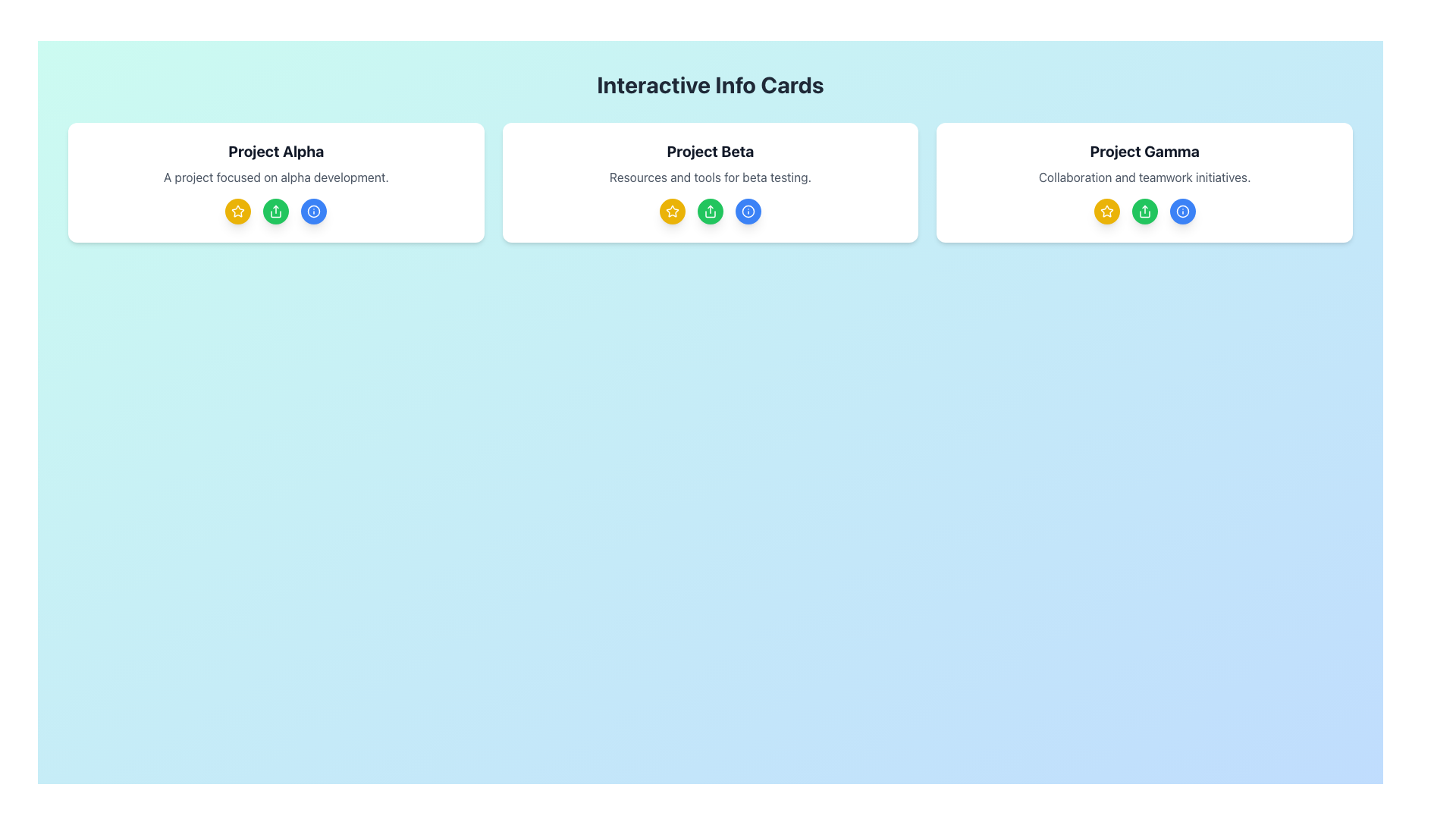  What do you see at coordinates (709, 84) in the screenshot?
I see `the static text label that displays 'Interactive Info Cards' at the top of the interface` at bounding box center [709, 84].